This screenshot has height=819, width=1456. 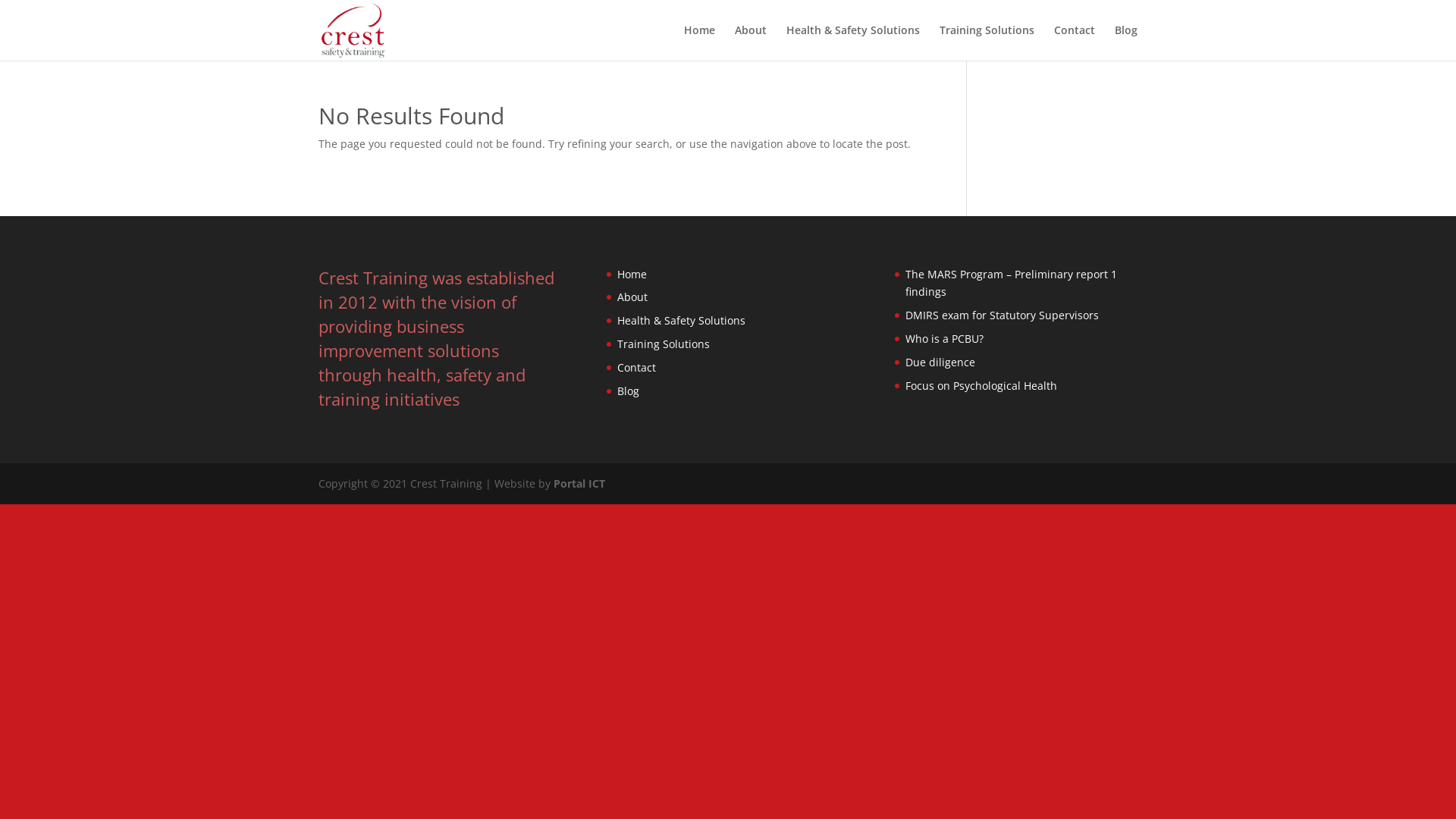 What do you see at coordinates (939, 362) in the screenshot?
I see `'Due diligence'` at bounding box center [939, 362].